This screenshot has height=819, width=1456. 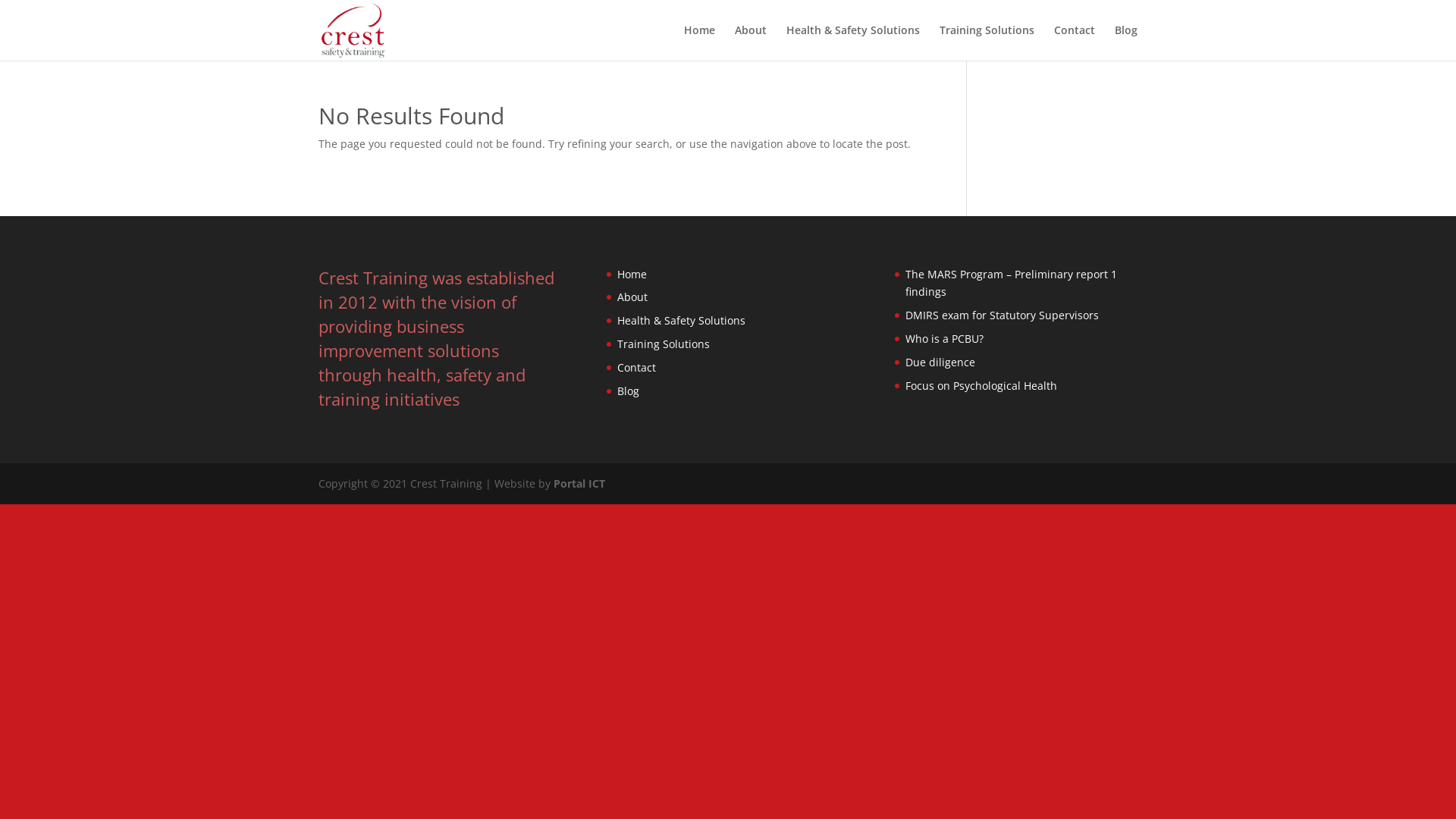 What do you see at coordinates (939, 362) in the screenshot?
I see `'Due diligence'` at bounding box center [939, 362].